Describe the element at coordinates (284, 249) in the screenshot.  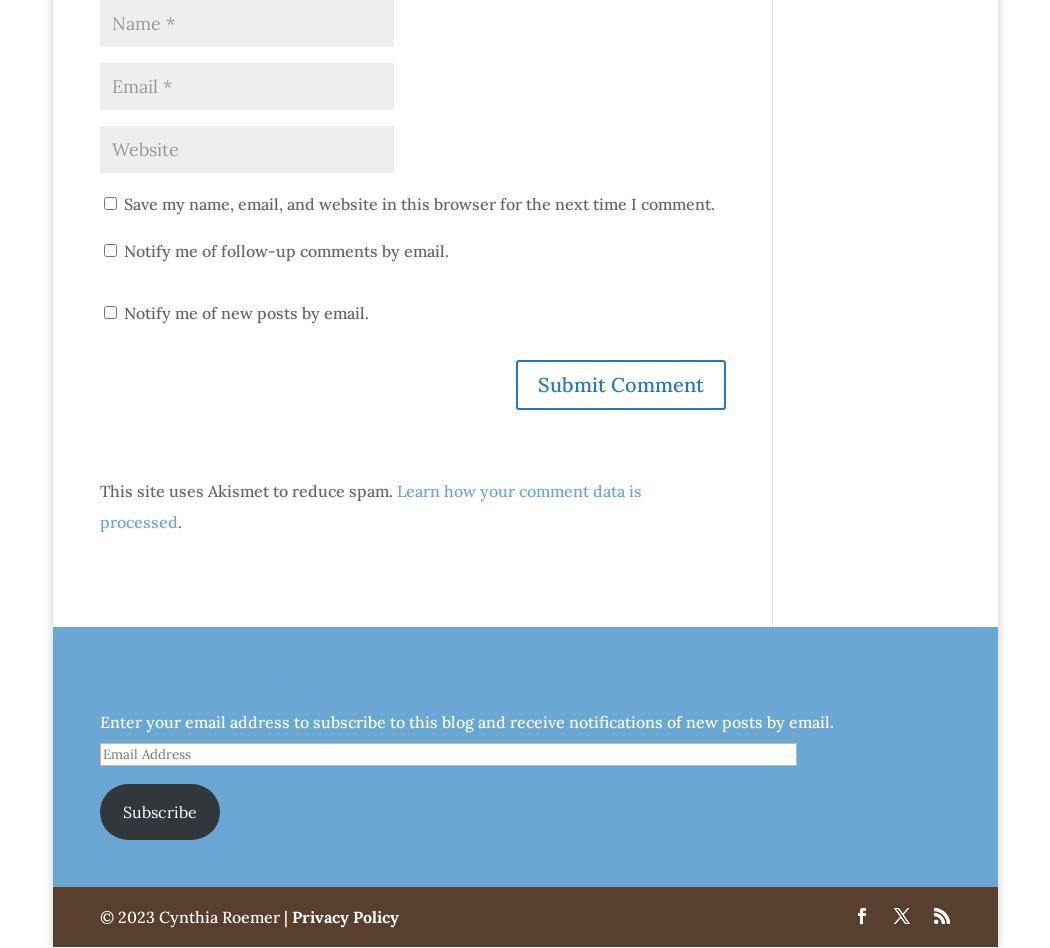
I see `'Notify me of follow-up comments by email.'` at that location.